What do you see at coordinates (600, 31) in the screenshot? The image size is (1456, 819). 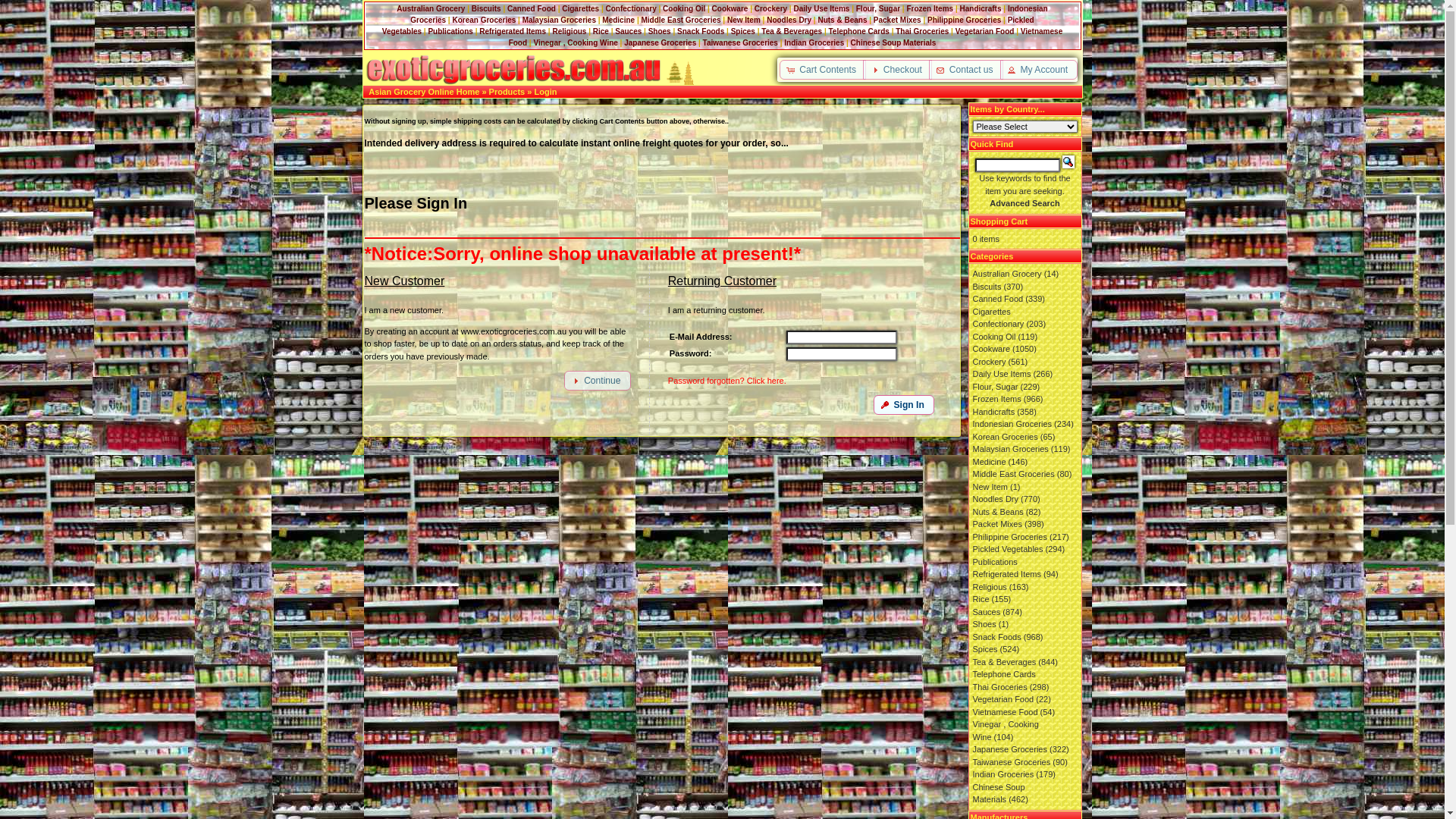 I see `'Rice'` at bounding box center [600, 31].